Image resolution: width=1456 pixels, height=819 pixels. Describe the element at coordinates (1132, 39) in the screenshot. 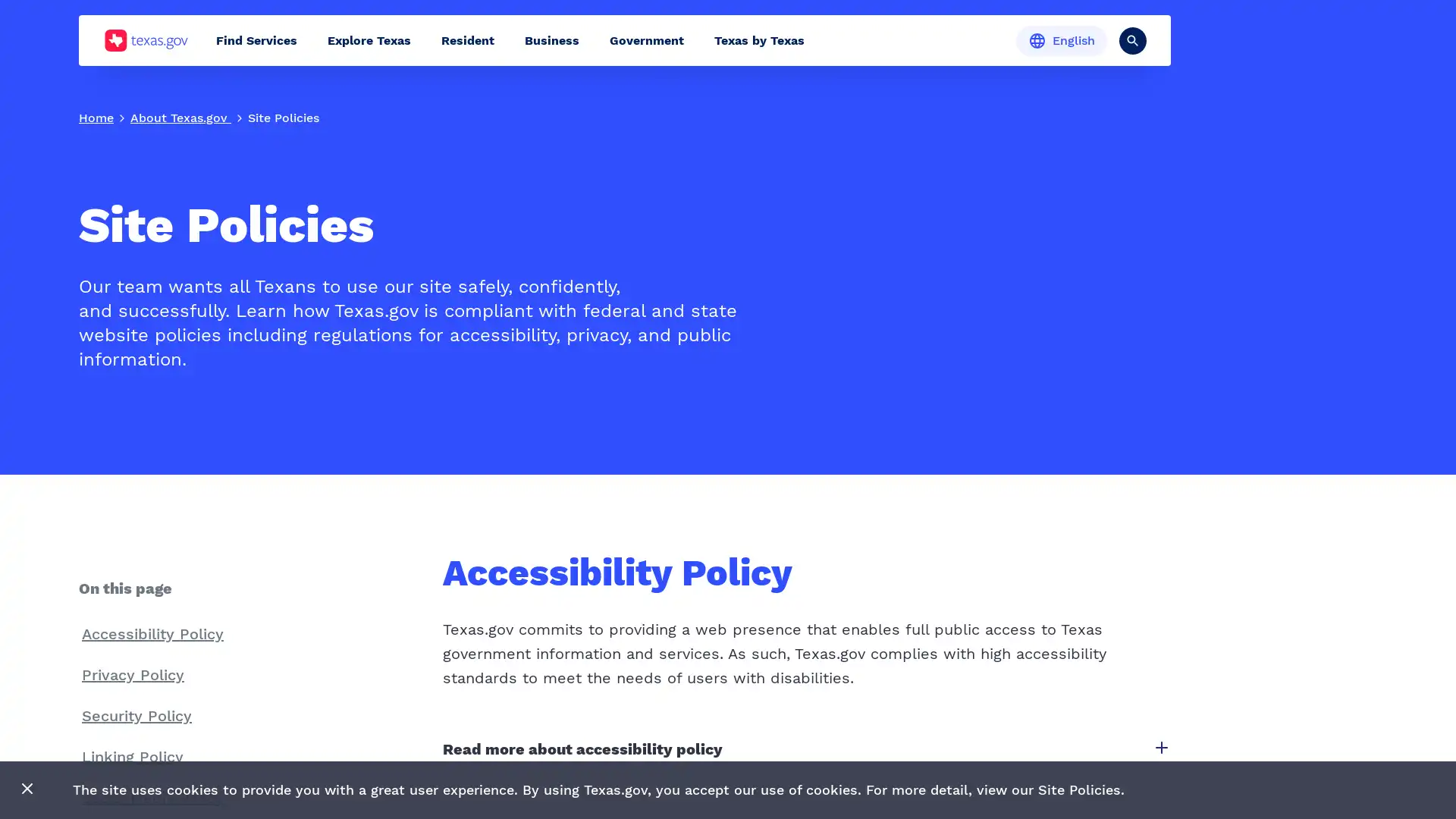

I see `Search` at that location.